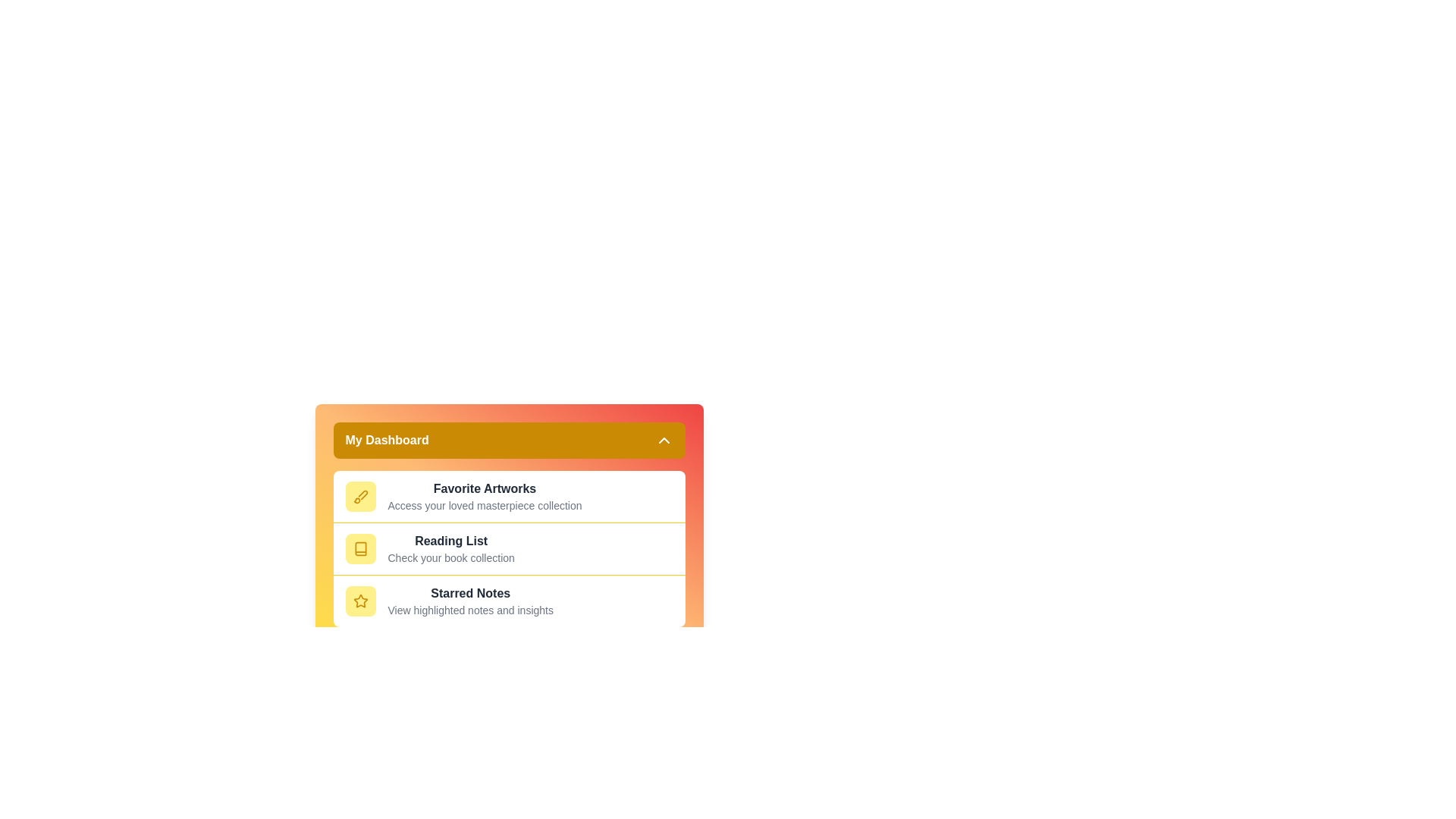 The image size is (1456, 819). What do you see at coordinates (359, 497) in the screenshot?
I see `the SVG icon of a paintbrush located in the 'My Dashboard' panel, preceding the text 'Favorite Artworks', to interact with the feature` at bounding box center [359, 497].